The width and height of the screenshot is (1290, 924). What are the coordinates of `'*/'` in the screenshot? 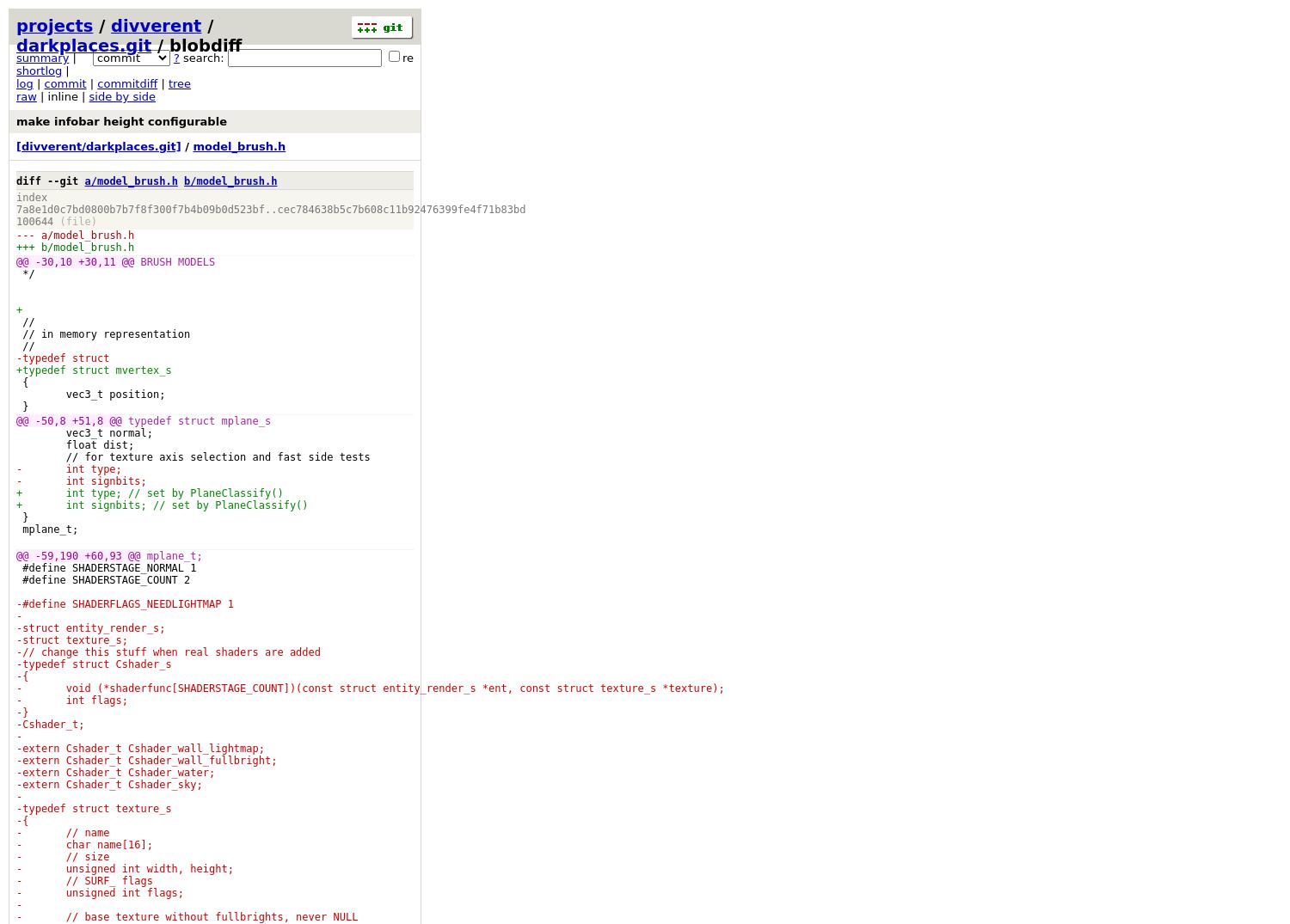 It's located at (25, 272).